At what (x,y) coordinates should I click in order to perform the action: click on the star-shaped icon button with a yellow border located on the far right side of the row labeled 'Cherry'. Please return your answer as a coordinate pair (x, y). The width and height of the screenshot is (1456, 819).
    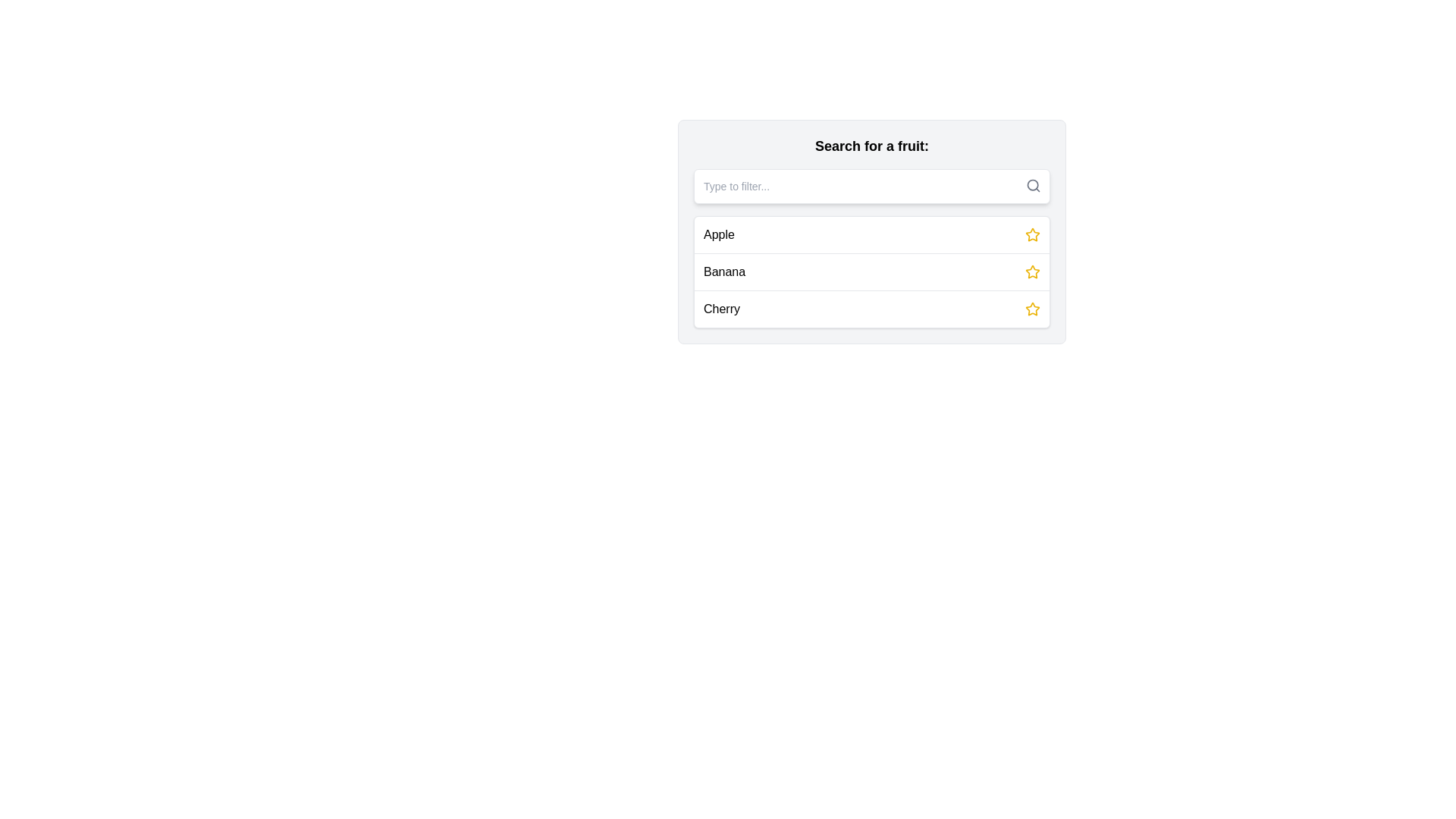
    Looking at the image, I should click on (1032, 309).